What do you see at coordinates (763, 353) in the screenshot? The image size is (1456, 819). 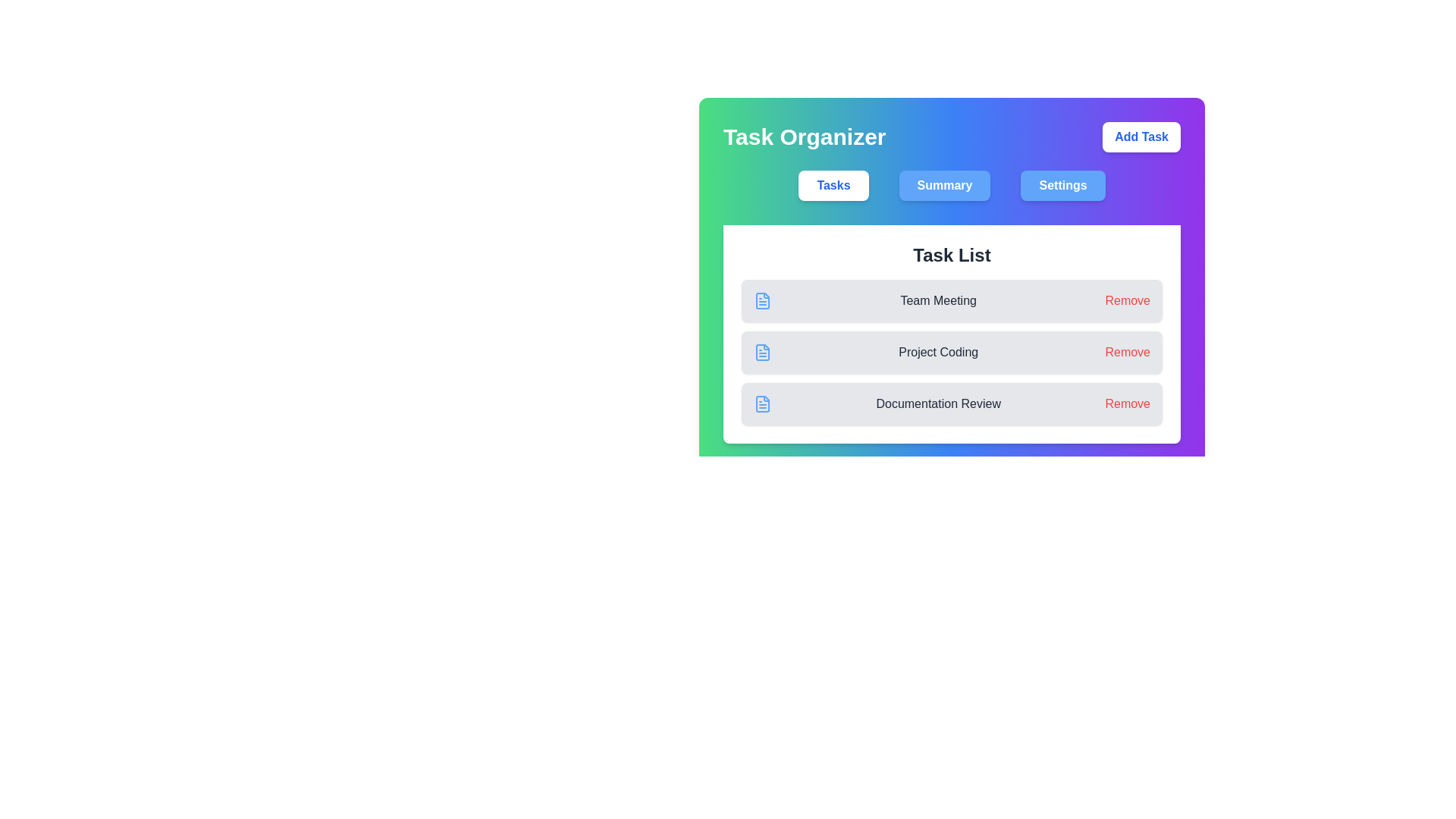 I see `the blue document icon located to the left of the 'Project Coding' label` at bounding box center [763, 353].